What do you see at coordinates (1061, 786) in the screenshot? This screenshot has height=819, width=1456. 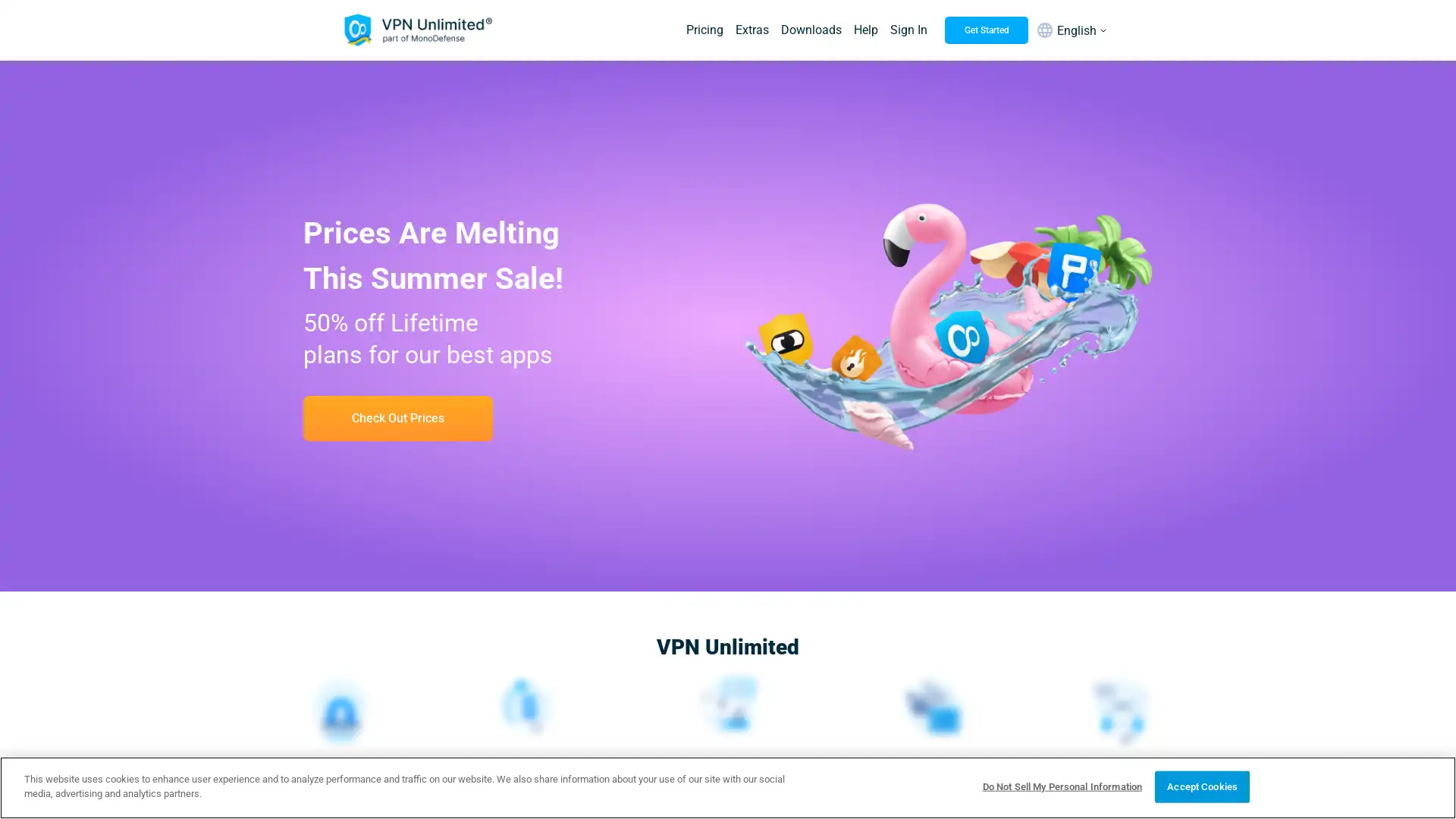 I see `Do Not Sell My Personal Information` at bounding box center [1061, 786].